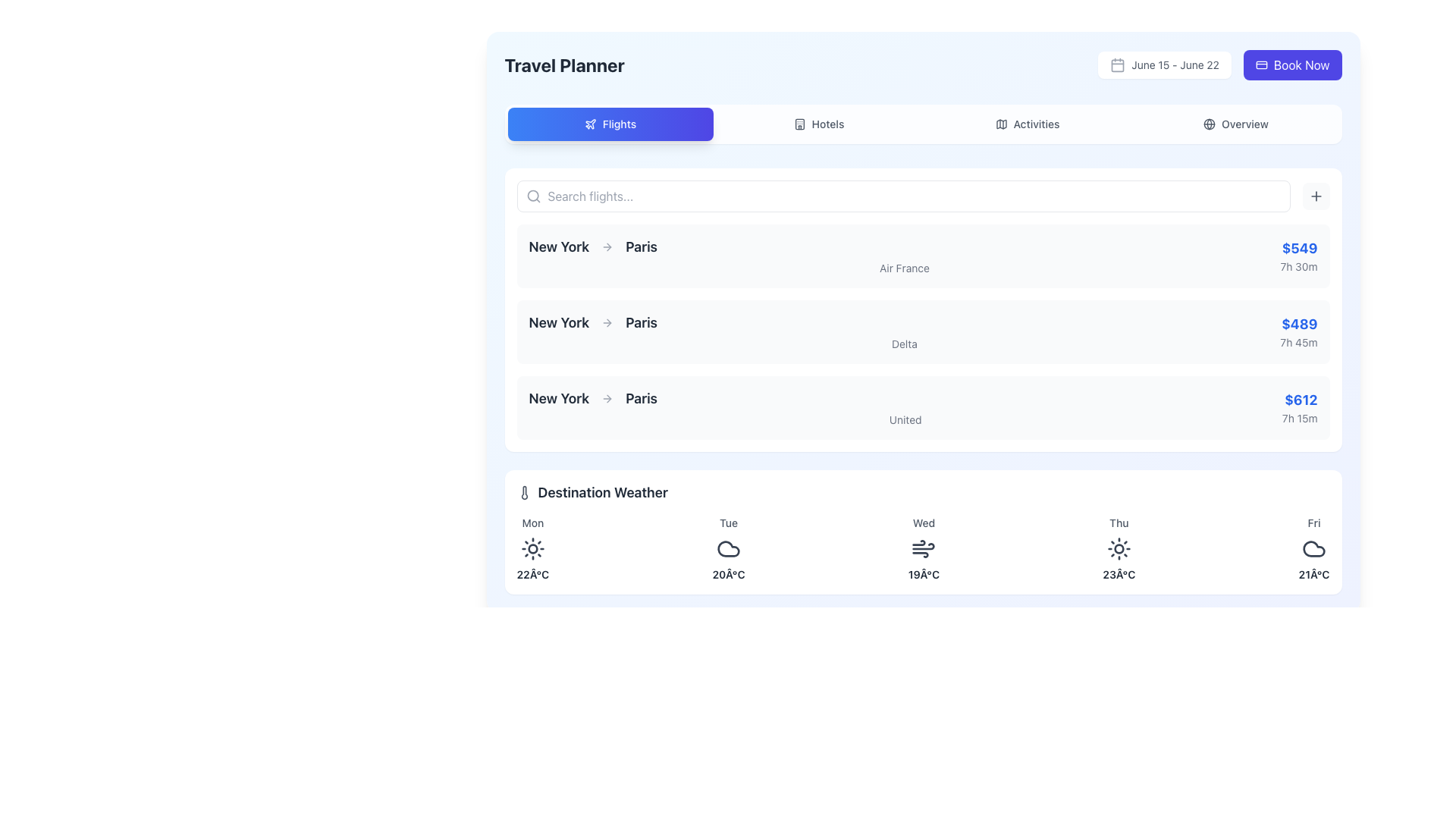  What do you see at coordinates (1298, 247) in the screenshot?
I see `the Text label displaying the cost of a flight option, which is positioned on the right side of the top item in the flight options list` at bounding box center [1298, 247].